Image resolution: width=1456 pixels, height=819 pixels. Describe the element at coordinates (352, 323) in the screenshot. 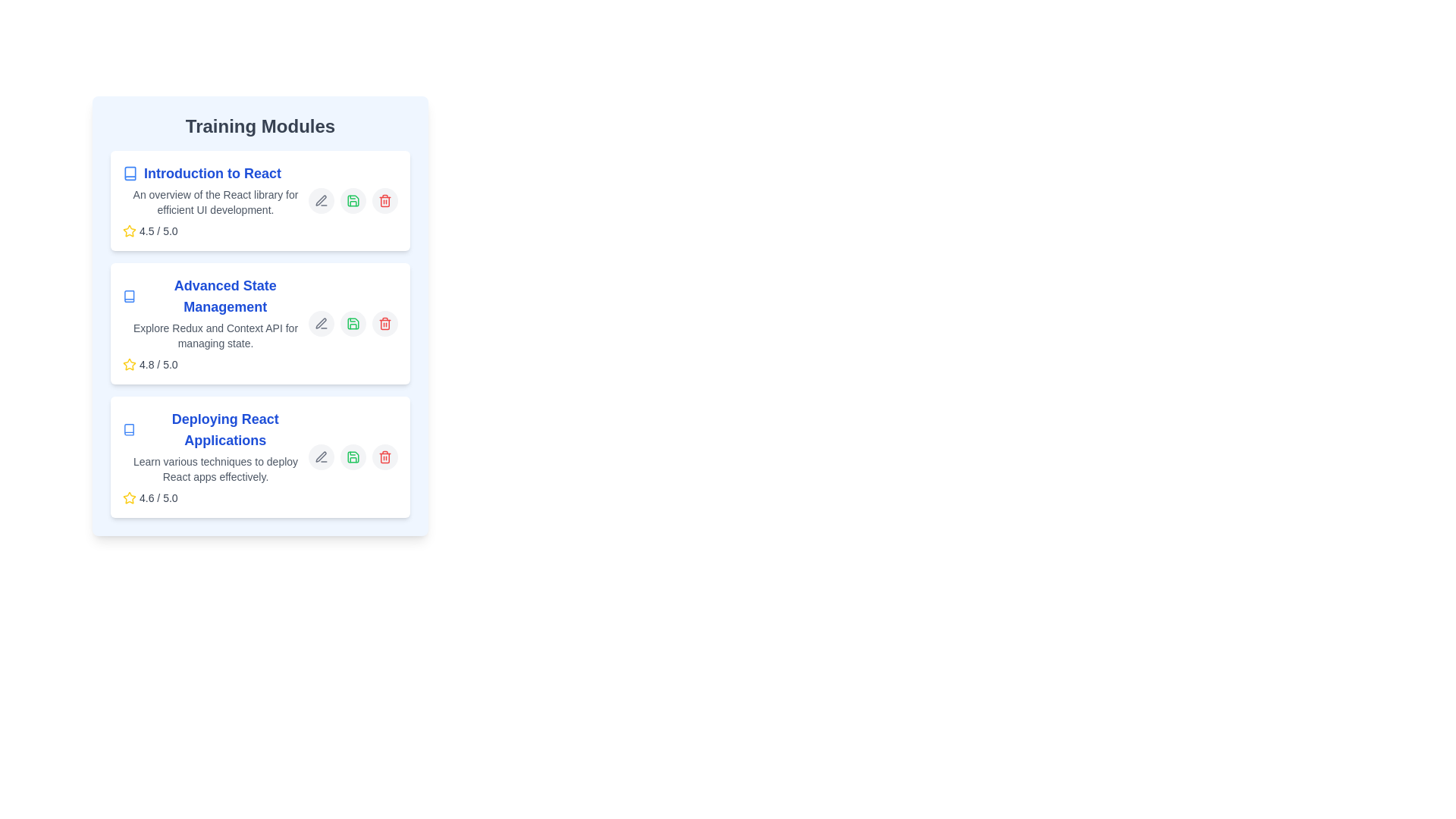

I see `the second button in the horizontal line of buttons to the right of the 'Advanced State Management' module, which triggers a tooltip or highlight effect` at that location.